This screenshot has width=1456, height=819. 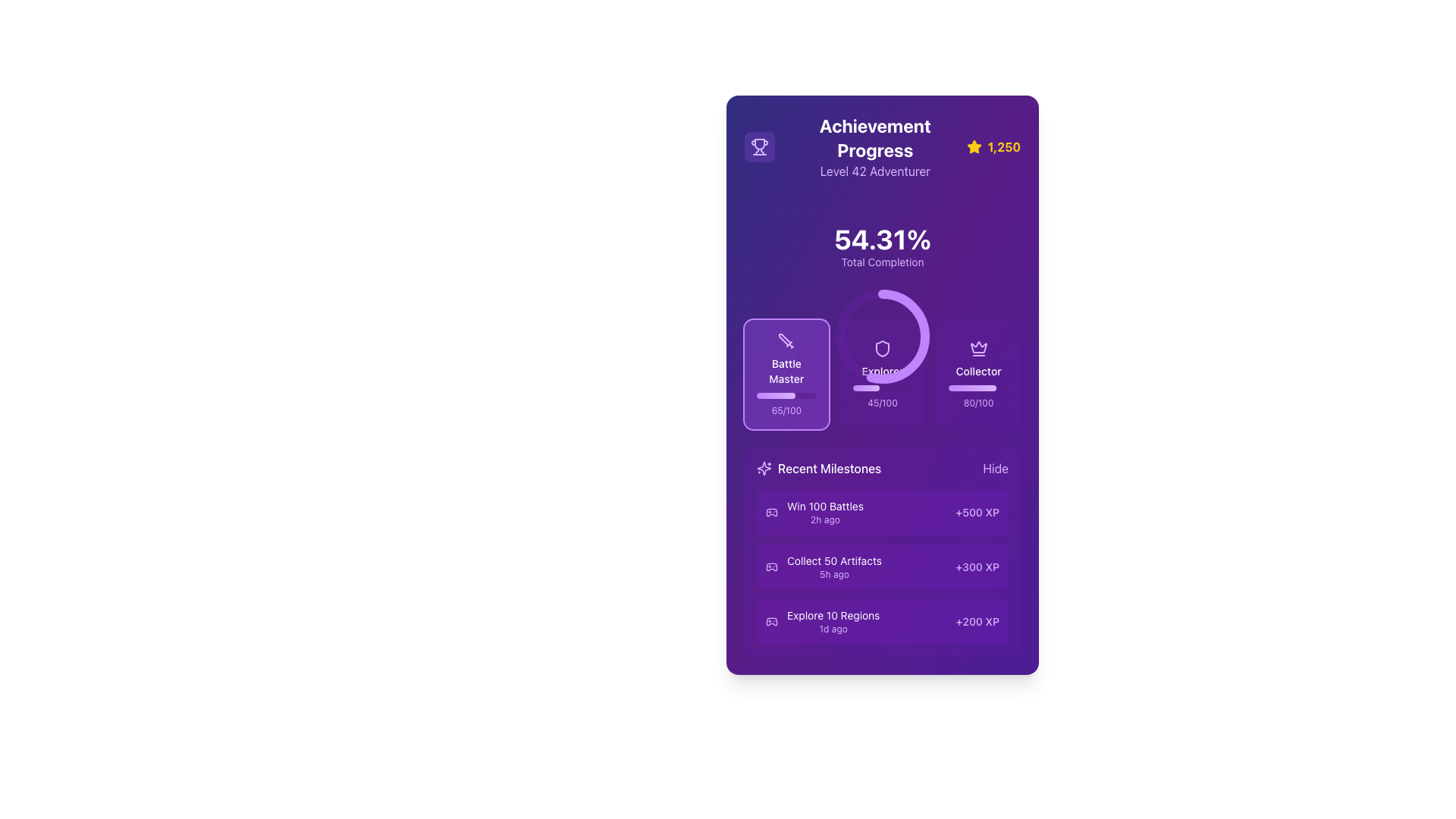 What do you see at coordinates (818, 467) in the screenshot?
I see `text label of the section header located in the upper-central area of the interface, which precedes the 'Hide' element and serves as a title for the milestone section` at bounding box center [818, 467].